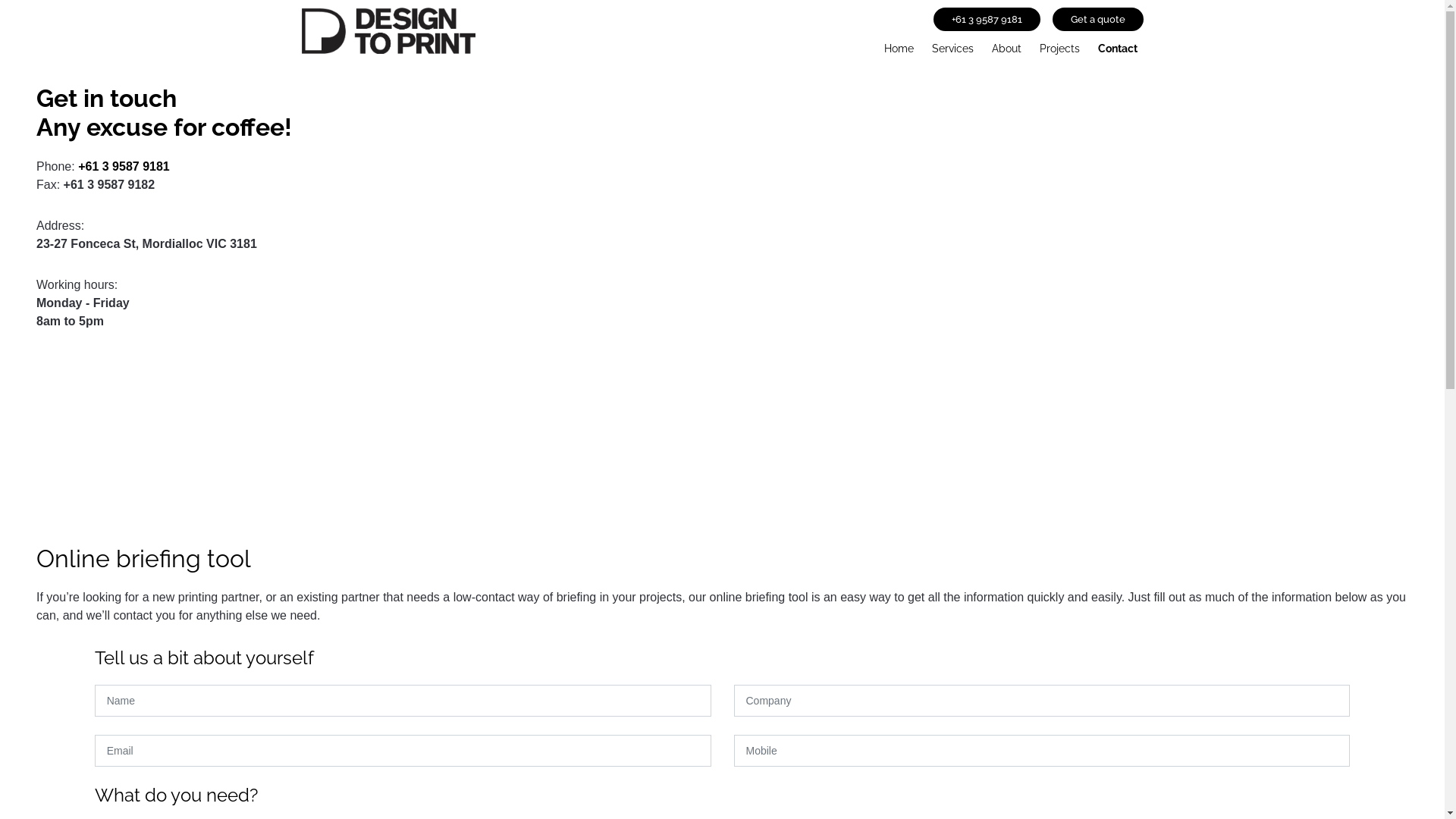  I want to click on 'About', so click(1006, 45).